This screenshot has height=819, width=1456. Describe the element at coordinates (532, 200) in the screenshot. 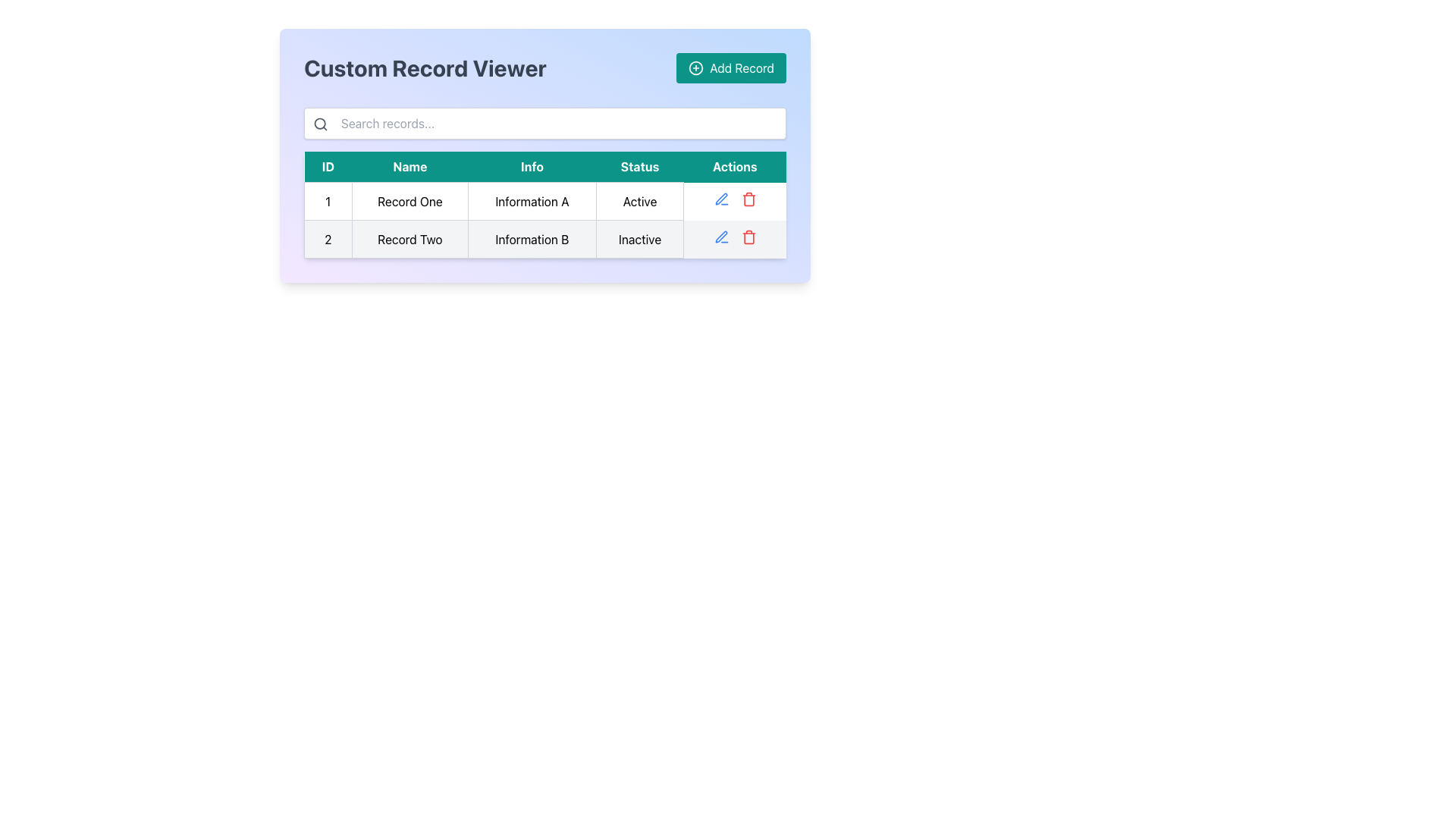

I see `the Text Cell displaying 'Information A' in the third column of the first row within the data table, which is adjacent to 'Record One' and 'Active'` at that location.